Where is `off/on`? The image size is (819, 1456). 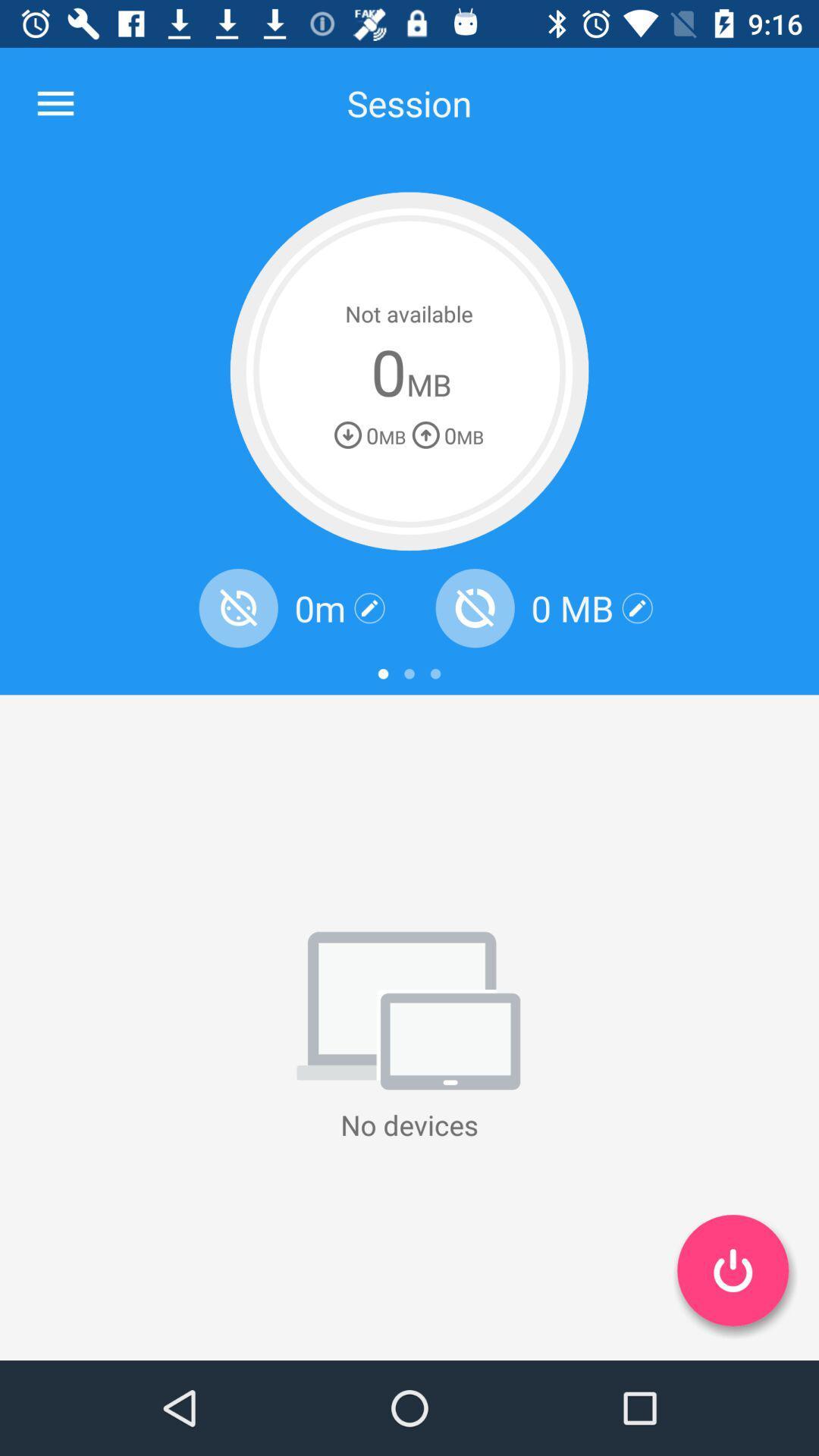 off/on is located at coordinates (732, 1270).